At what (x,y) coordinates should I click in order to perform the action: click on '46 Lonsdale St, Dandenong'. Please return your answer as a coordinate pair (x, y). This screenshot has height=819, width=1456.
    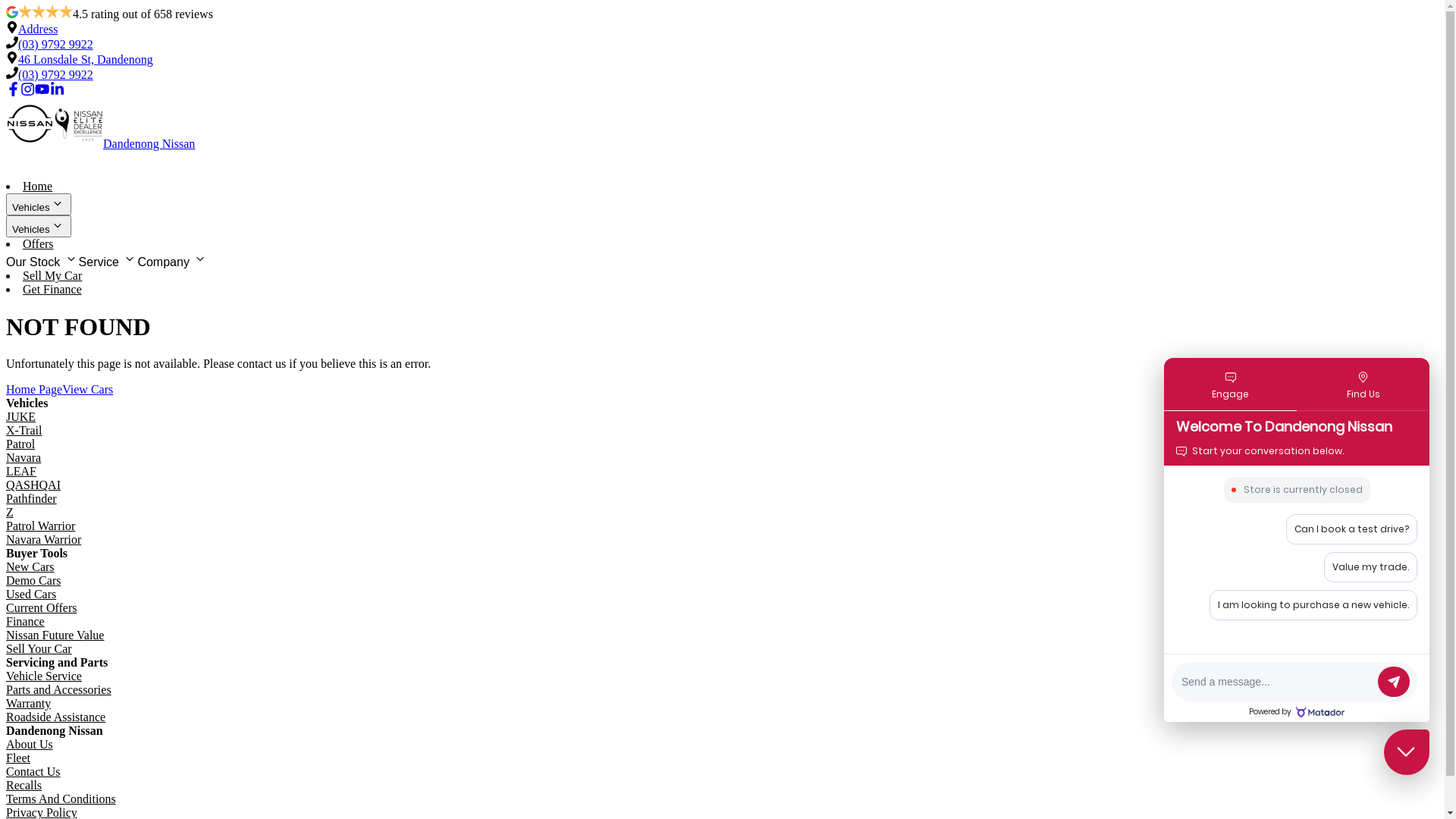
    Looking at the image, I should click on (18, 58).